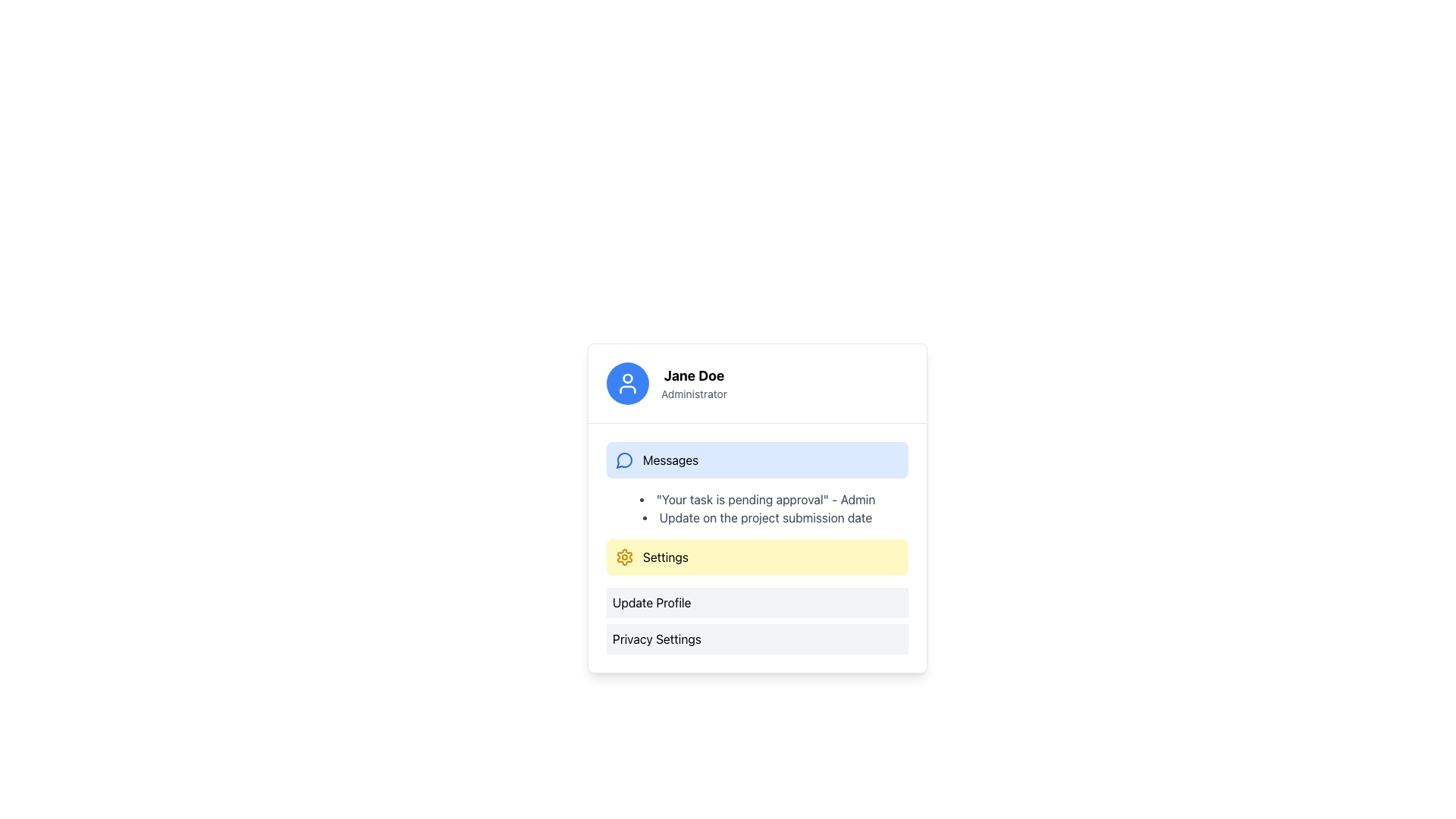 Image resolution: width=1456 pixels, height=819 pixels. Describe the element at coordinates (757, 601) in the screenshot. I see `the profile update button located above the 'Privacy Settings' button in the lower section of the profile interface to initiate the profile update action` at that location.